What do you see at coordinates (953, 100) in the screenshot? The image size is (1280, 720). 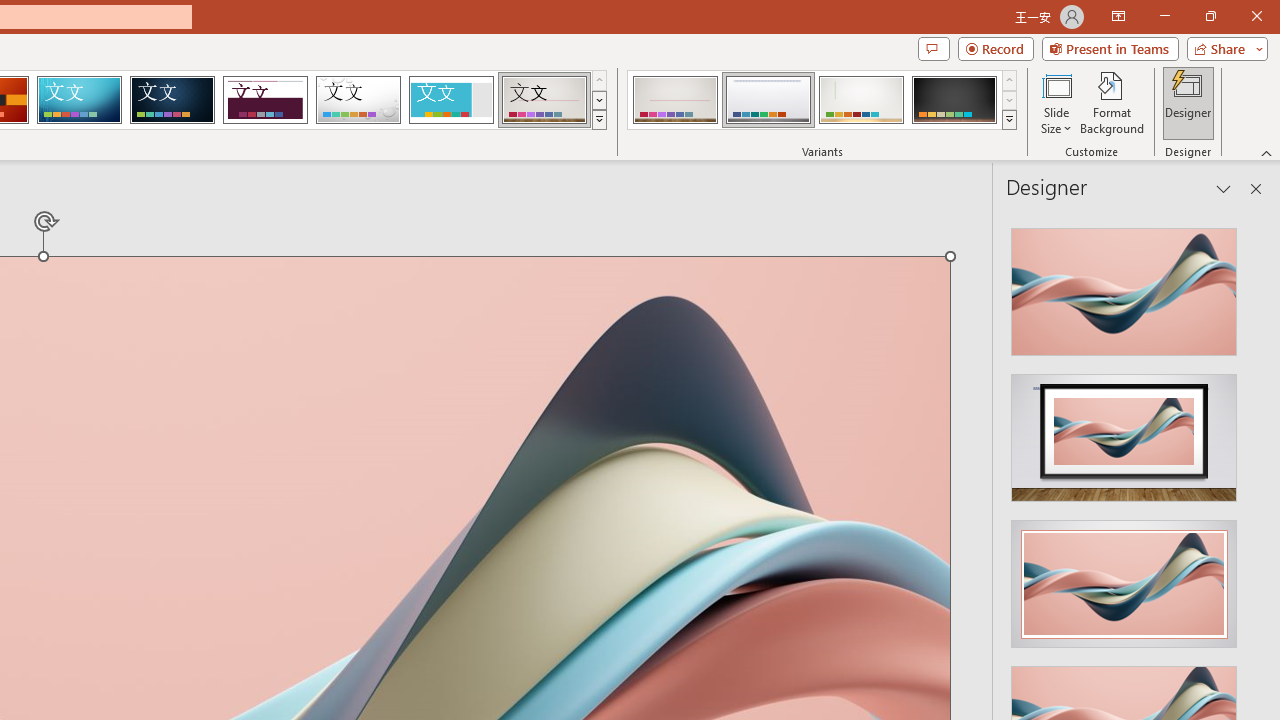 I see `'Gallery Variant 4'` at bounding box center [953, 100].